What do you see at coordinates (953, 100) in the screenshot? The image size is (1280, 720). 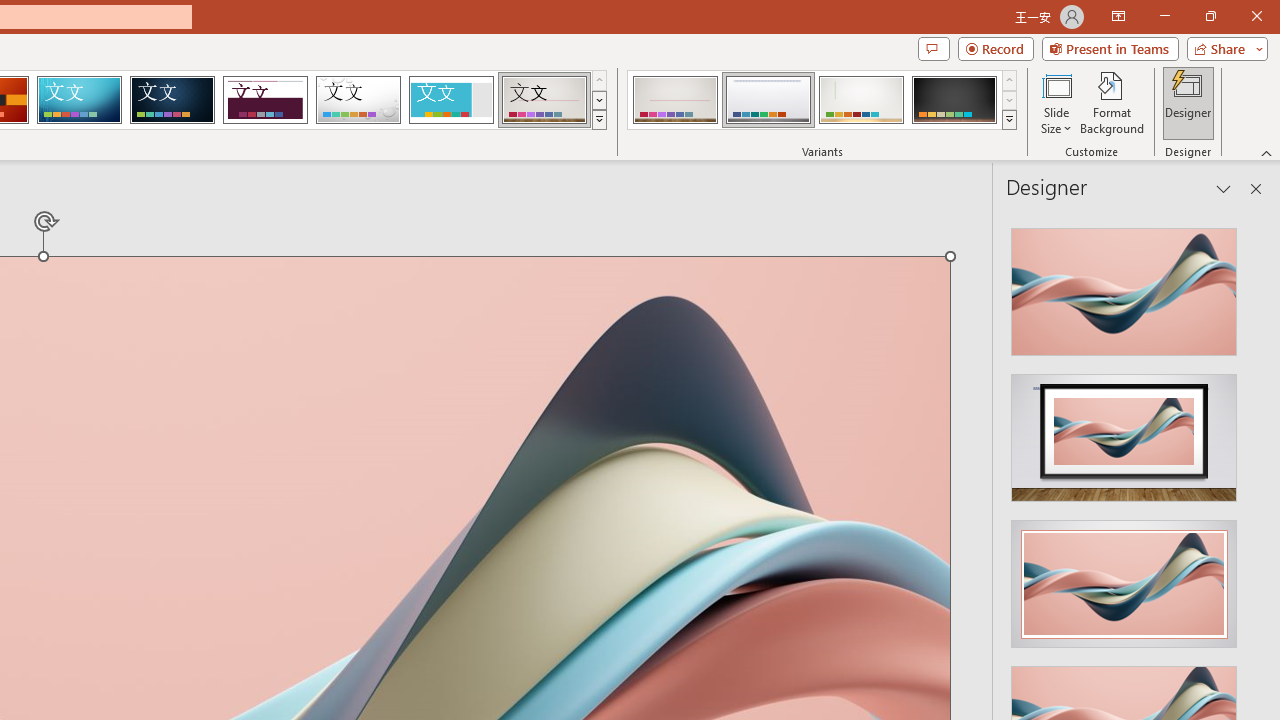 I see `'Gallery Variant 4'` at bounding box center [953, 100].